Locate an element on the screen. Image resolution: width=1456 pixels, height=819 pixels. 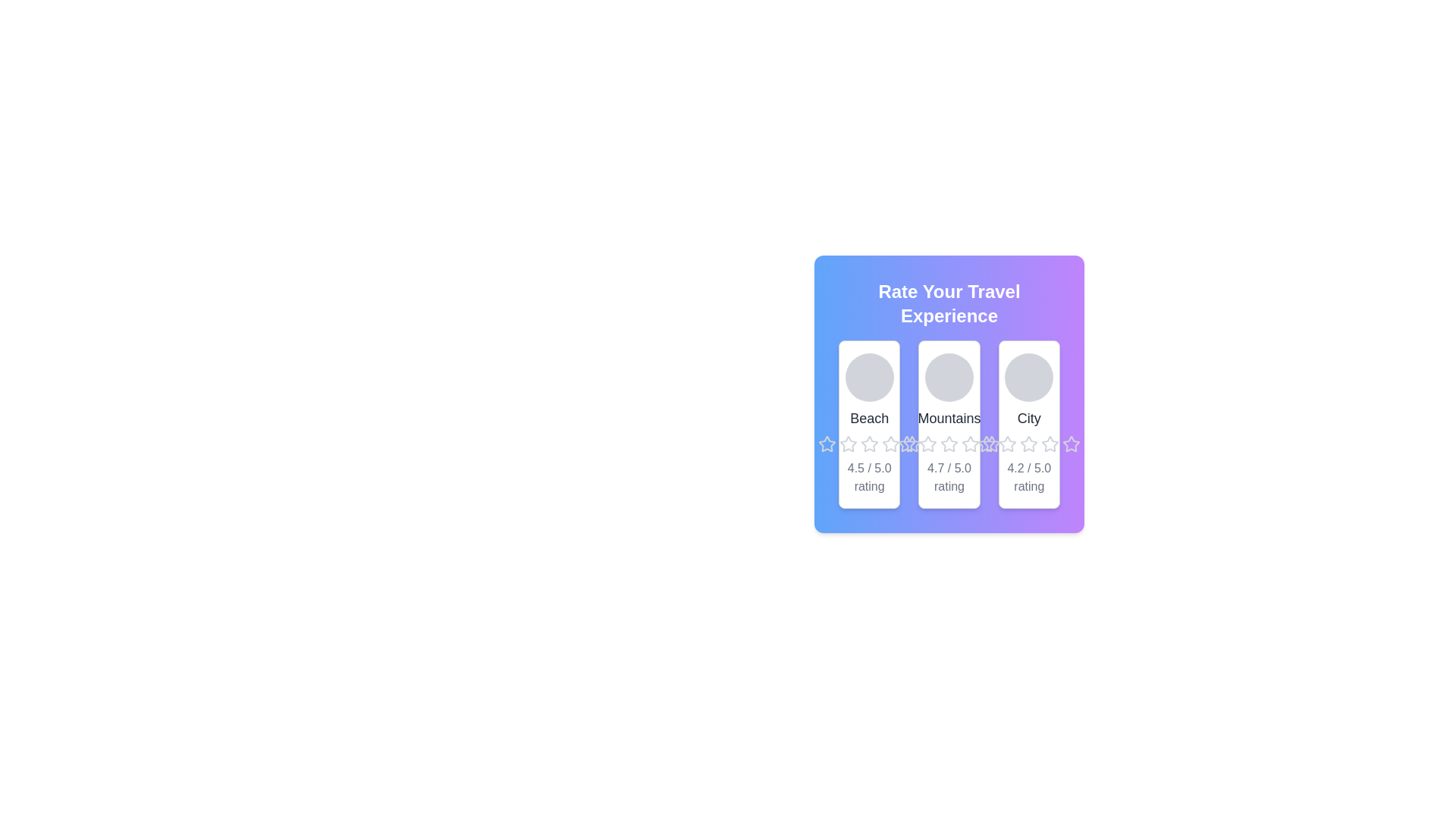
the third star is located at coordinates (1008, 444).